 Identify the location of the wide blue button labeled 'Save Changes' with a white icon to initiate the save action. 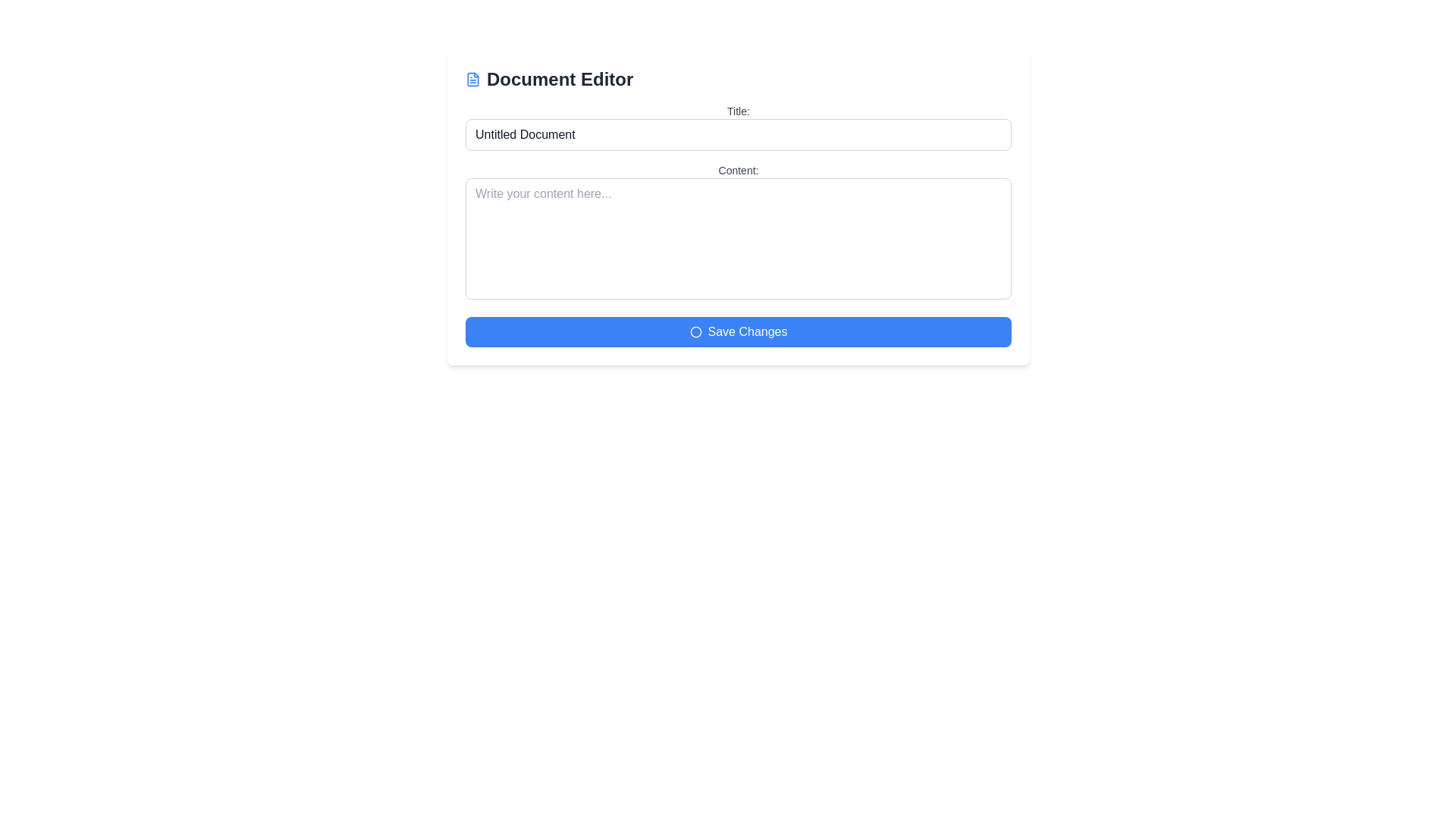
(739, 331).